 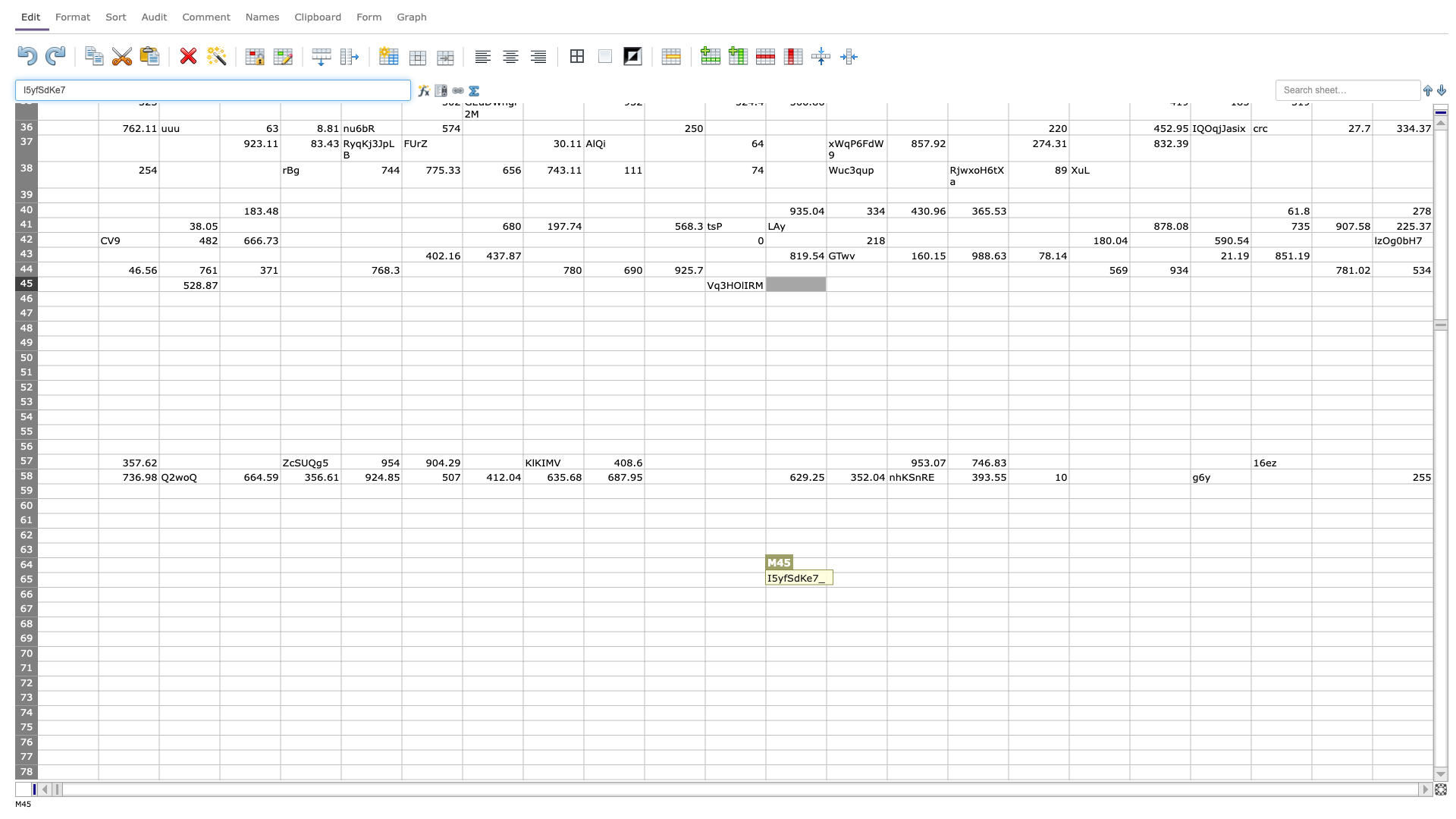 I want to click on bottom right corner of cell Q65, so click(x=1068, y=586).